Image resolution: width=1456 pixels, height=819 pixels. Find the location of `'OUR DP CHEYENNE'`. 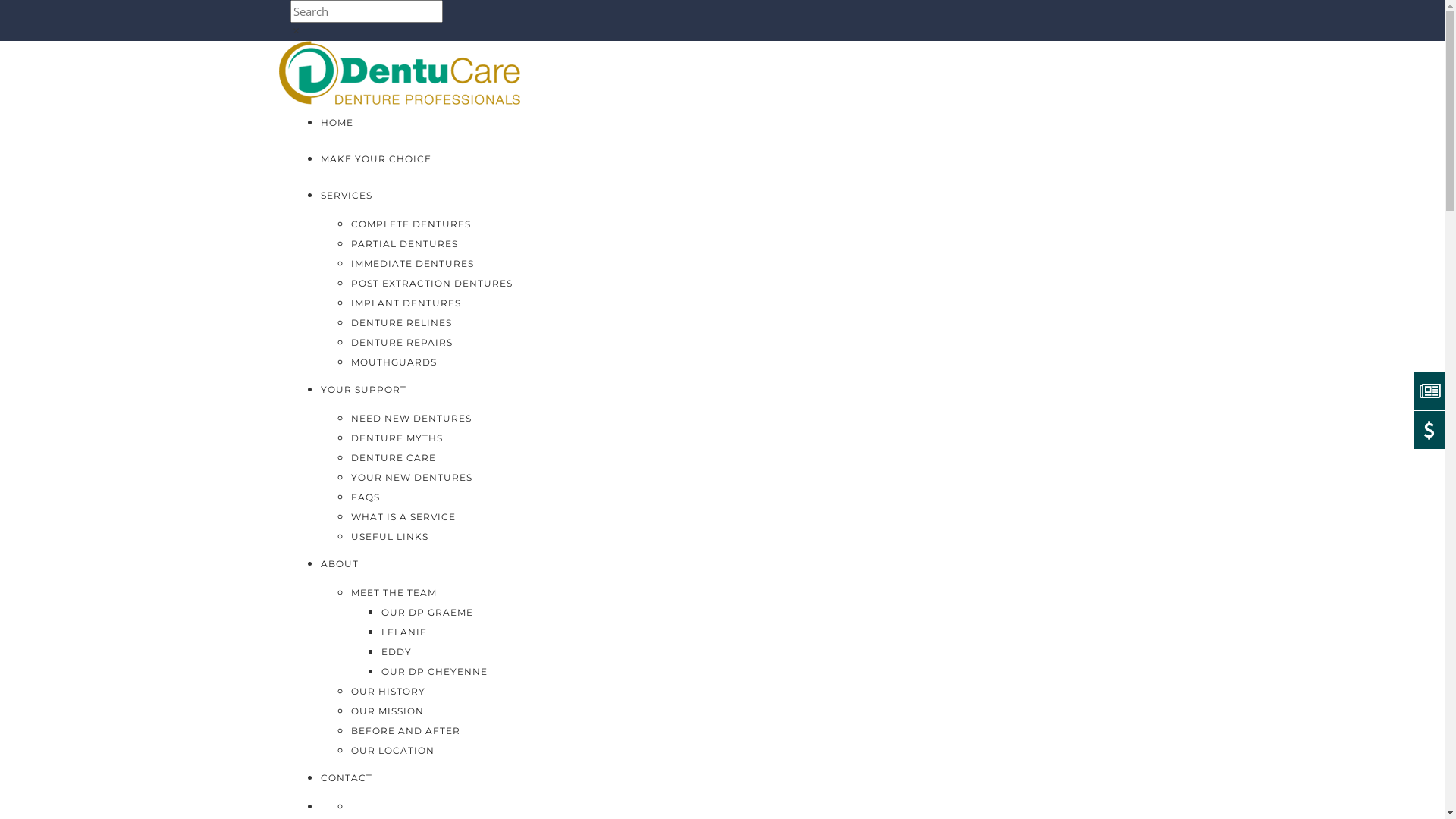

'OUR DP CHEYENNE' is located at coordinates (432, 670).